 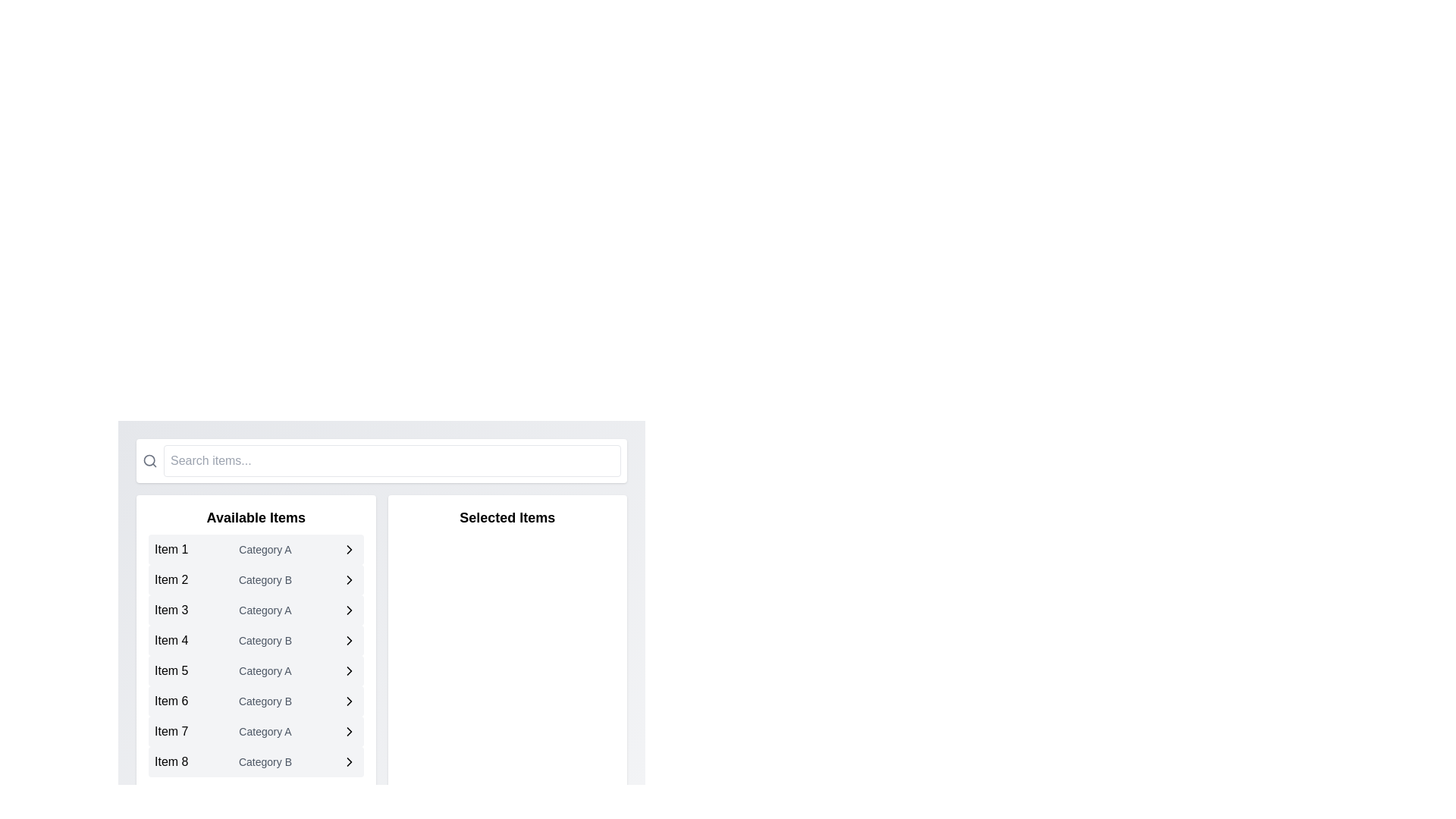 I want to click on the interactive list item 'Item 4', so click(x=256, y=640).